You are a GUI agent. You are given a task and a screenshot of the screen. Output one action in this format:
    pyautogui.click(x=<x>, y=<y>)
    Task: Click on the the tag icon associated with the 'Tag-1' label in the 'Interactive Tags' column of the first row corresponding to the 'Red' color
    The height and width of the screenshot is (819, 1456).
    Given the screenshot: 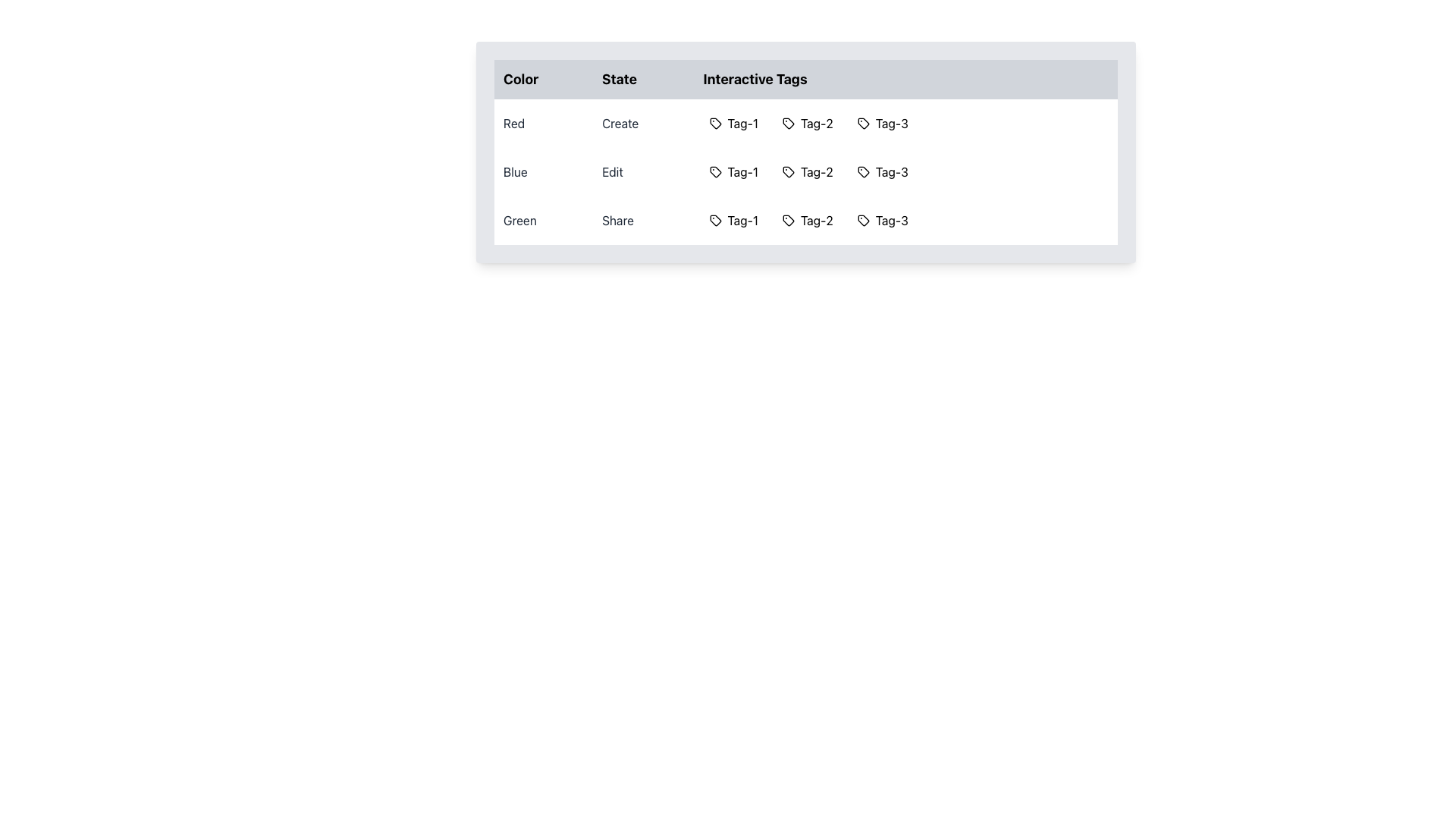 What is the action you would take?
    pyautogui.click(x=714, y=122)
    